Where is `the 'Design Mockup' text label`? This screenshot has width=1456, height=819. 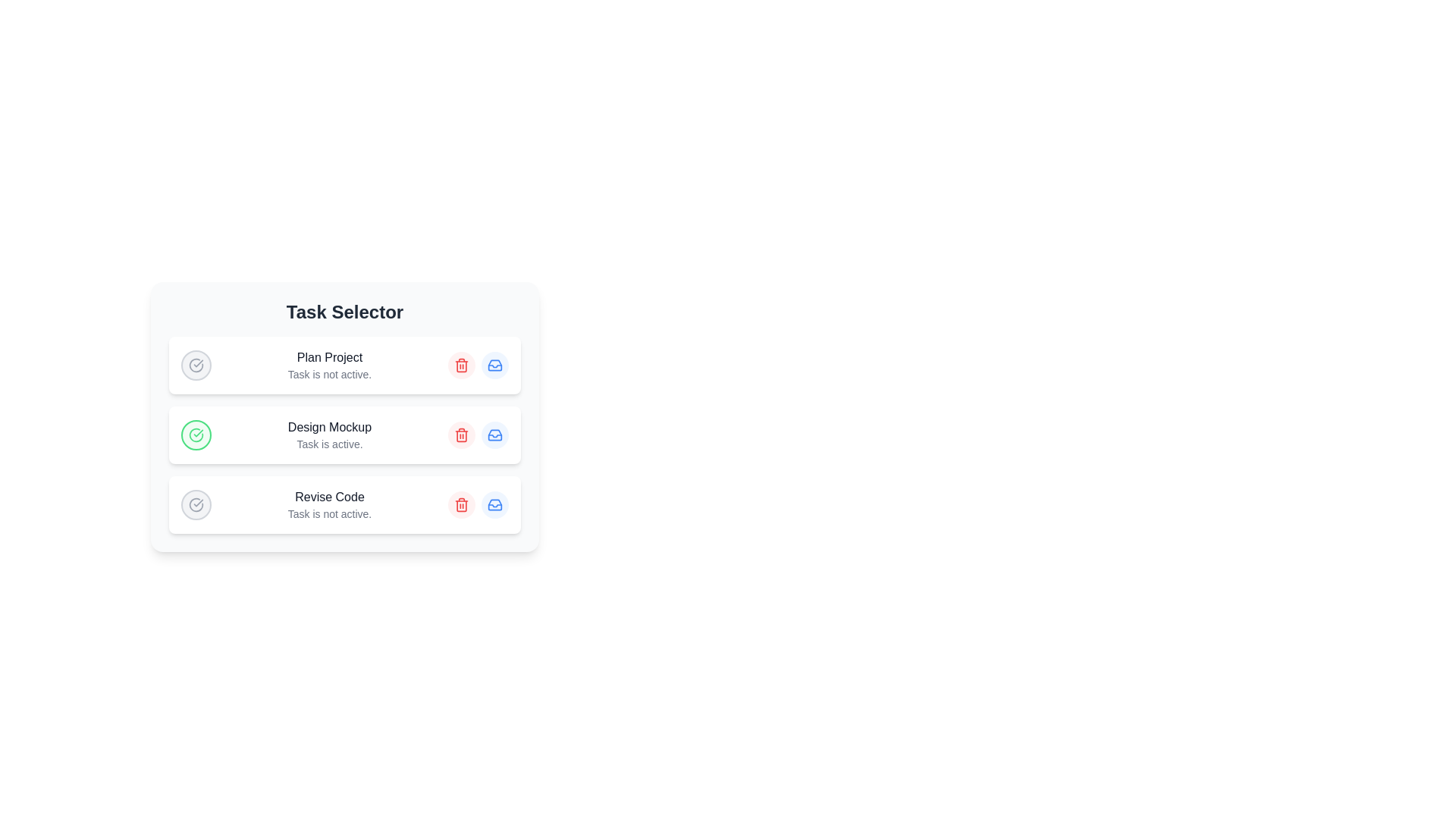 the 'Design Mockup' text label is located at coordinates (329, 427).